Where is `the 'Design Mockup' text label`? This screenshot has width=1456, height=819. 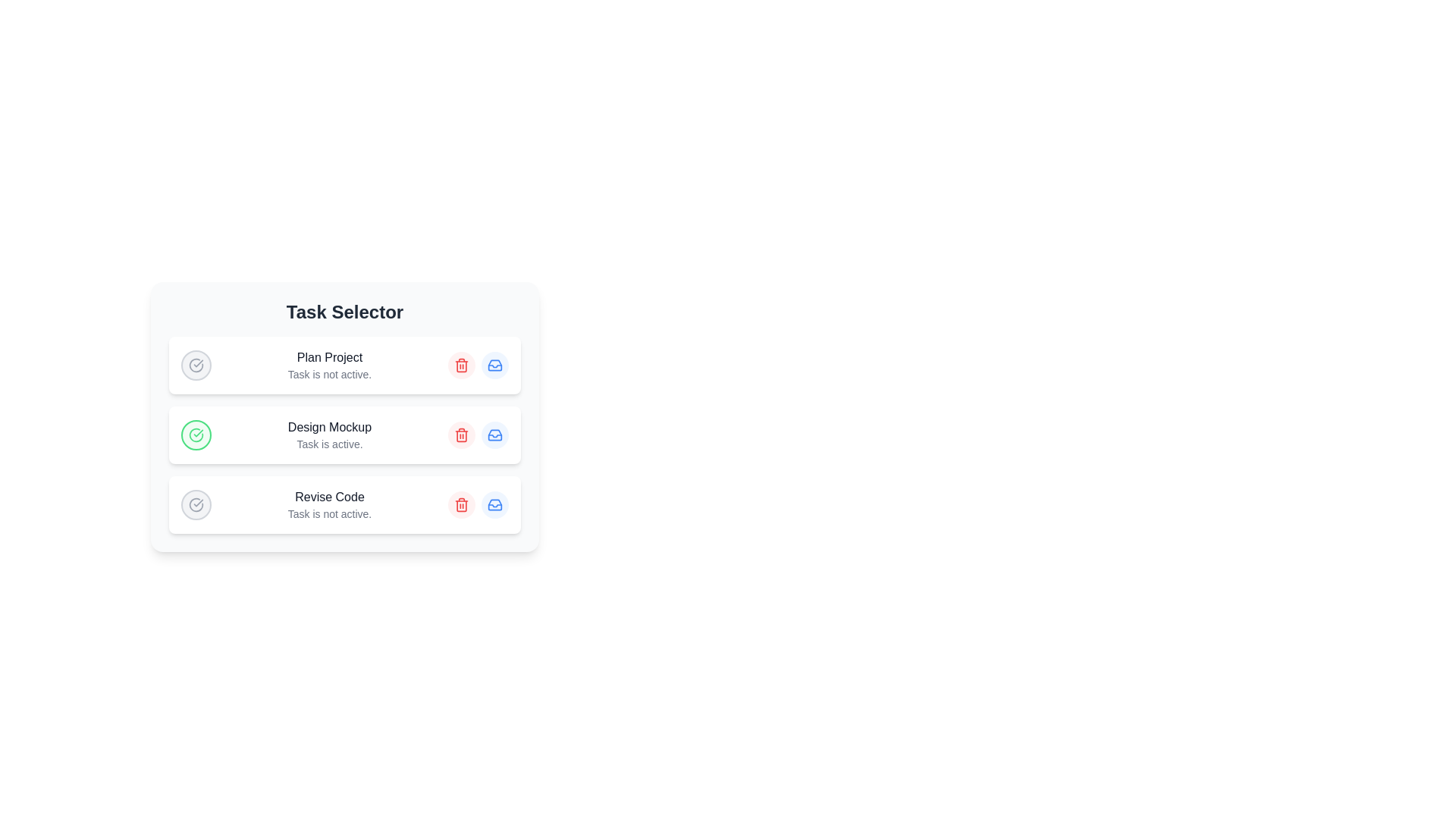 the 'Design Mockup' text label is located at coordinates (329, 427).